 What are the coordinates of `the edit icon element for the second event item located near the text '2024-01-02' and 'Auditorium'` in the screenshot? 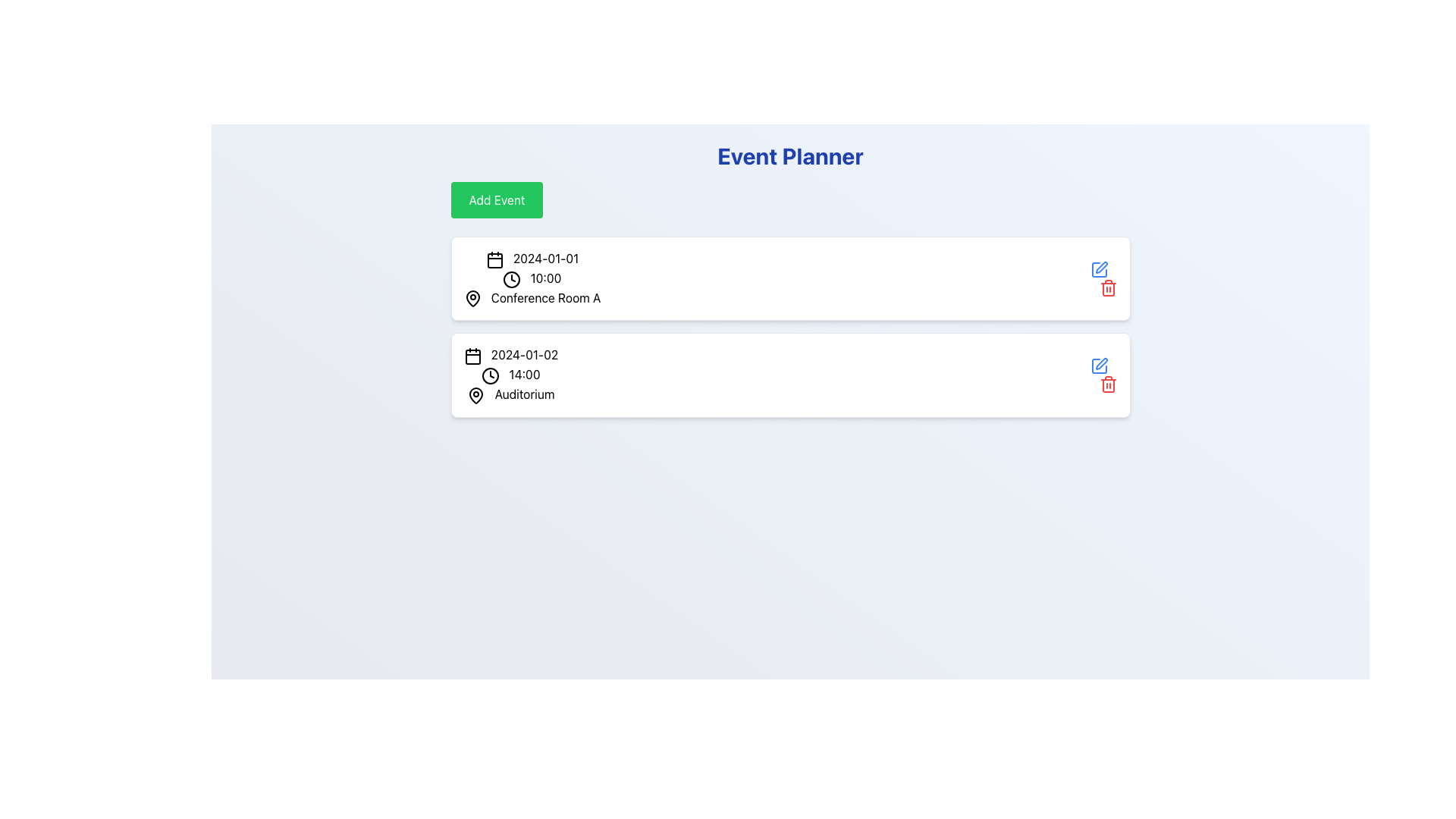 It's located at (1099, 268).